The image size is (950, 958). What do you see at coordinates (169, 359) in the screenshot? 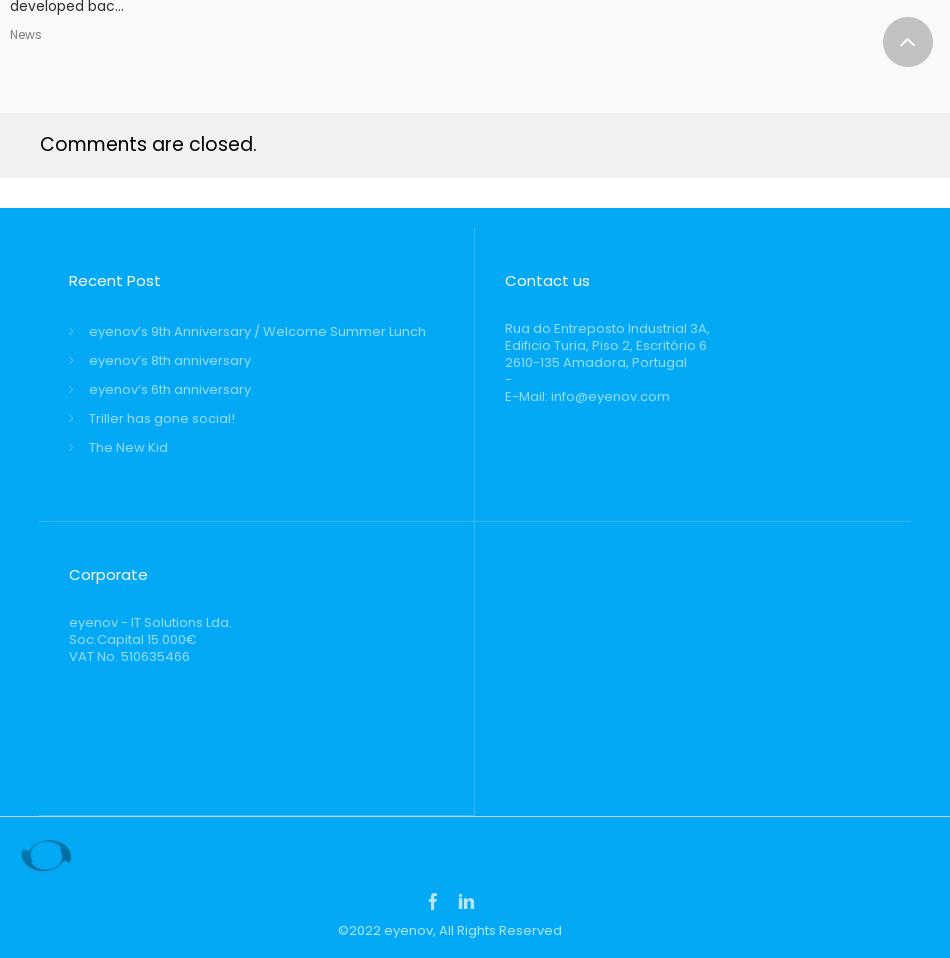
I see `'eyenov’s 8th anniversary'` at bounding box center [169, 359].